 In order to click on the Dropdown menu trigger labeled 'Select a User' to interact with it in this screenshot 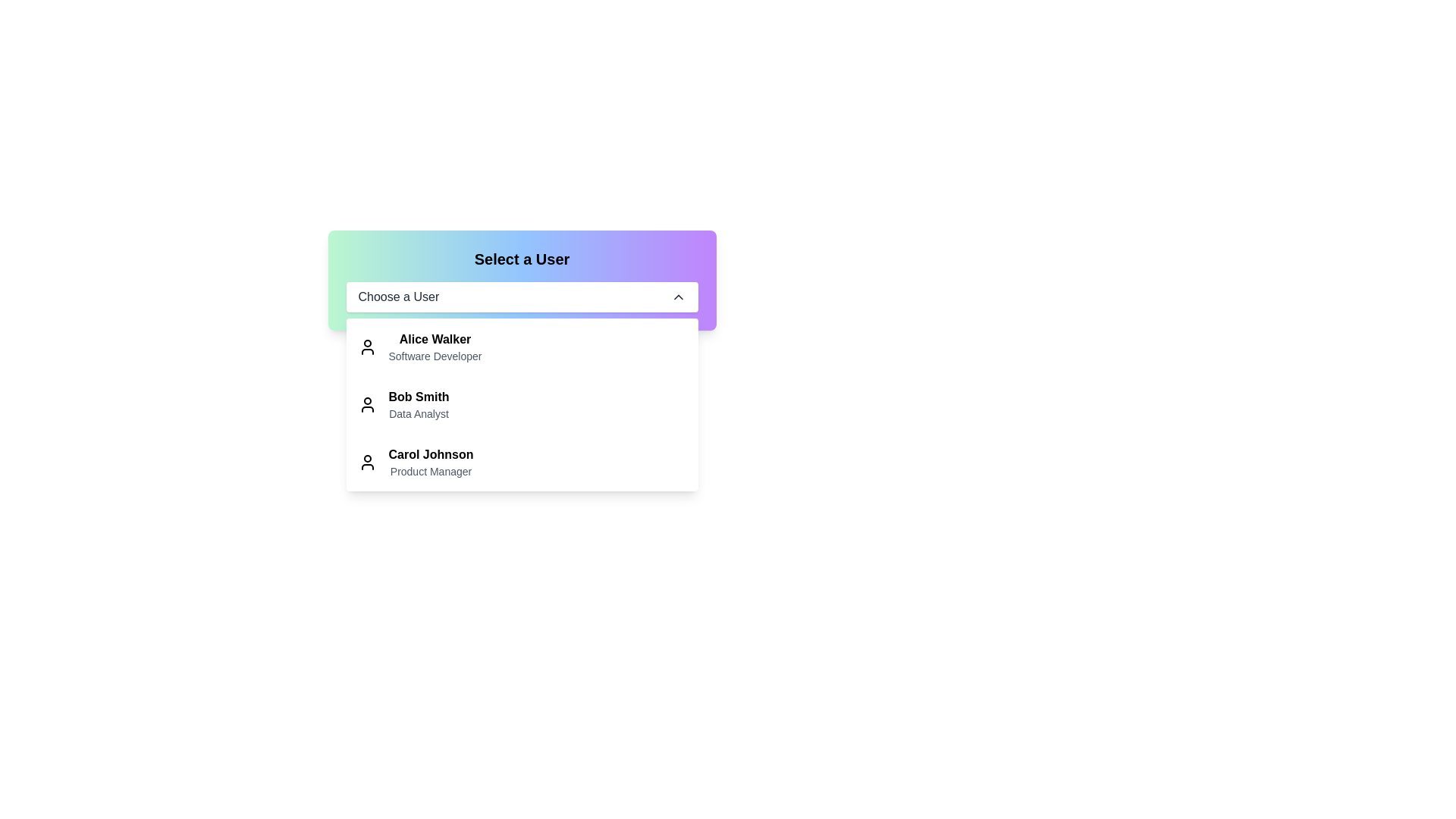, I will do `click(522, 297)`.